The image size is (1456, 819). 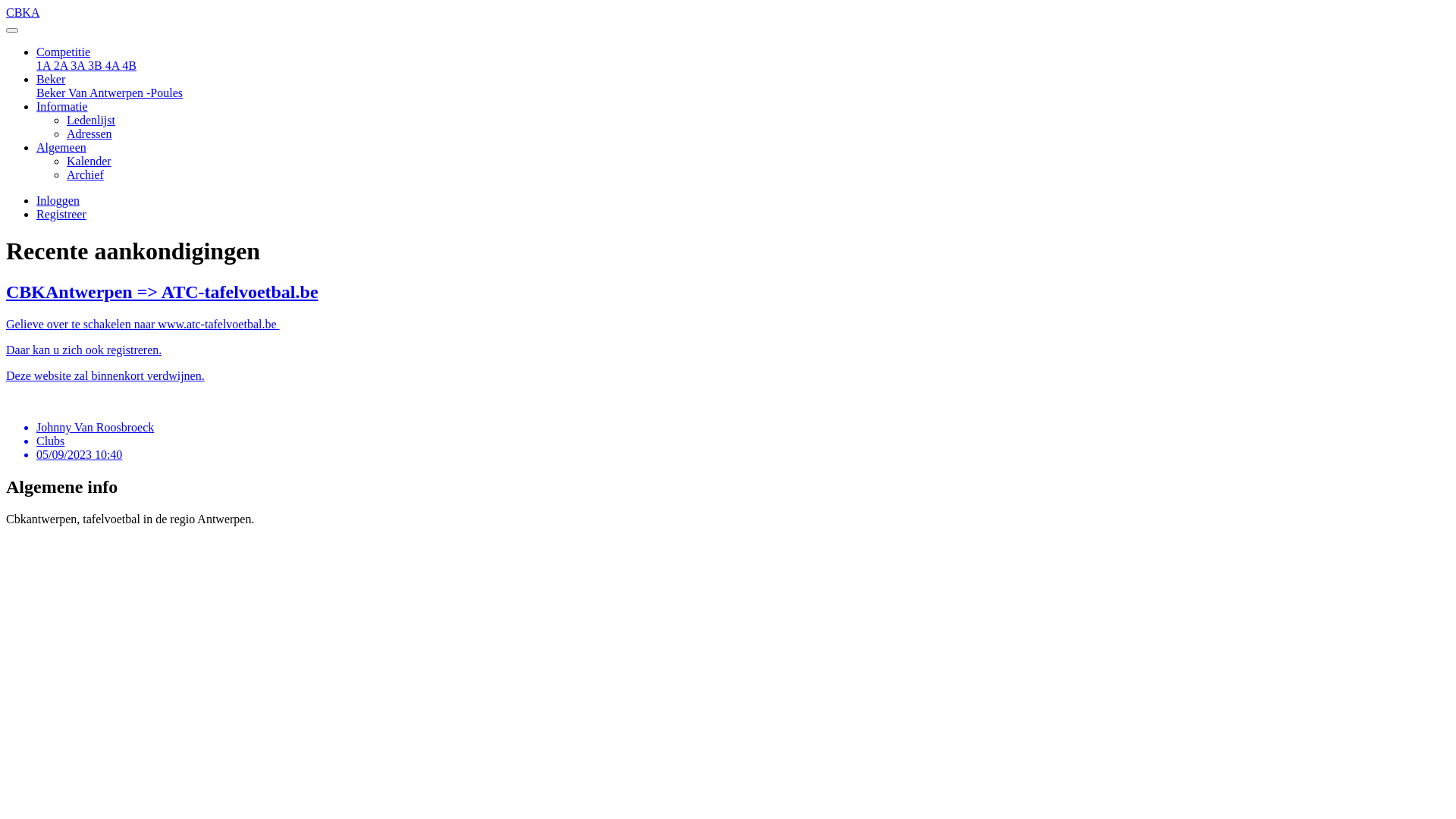 What do you see at coordinates (61, 105) in the screenshot?
I see `'Informatie'` at bounding box center [61, 105].